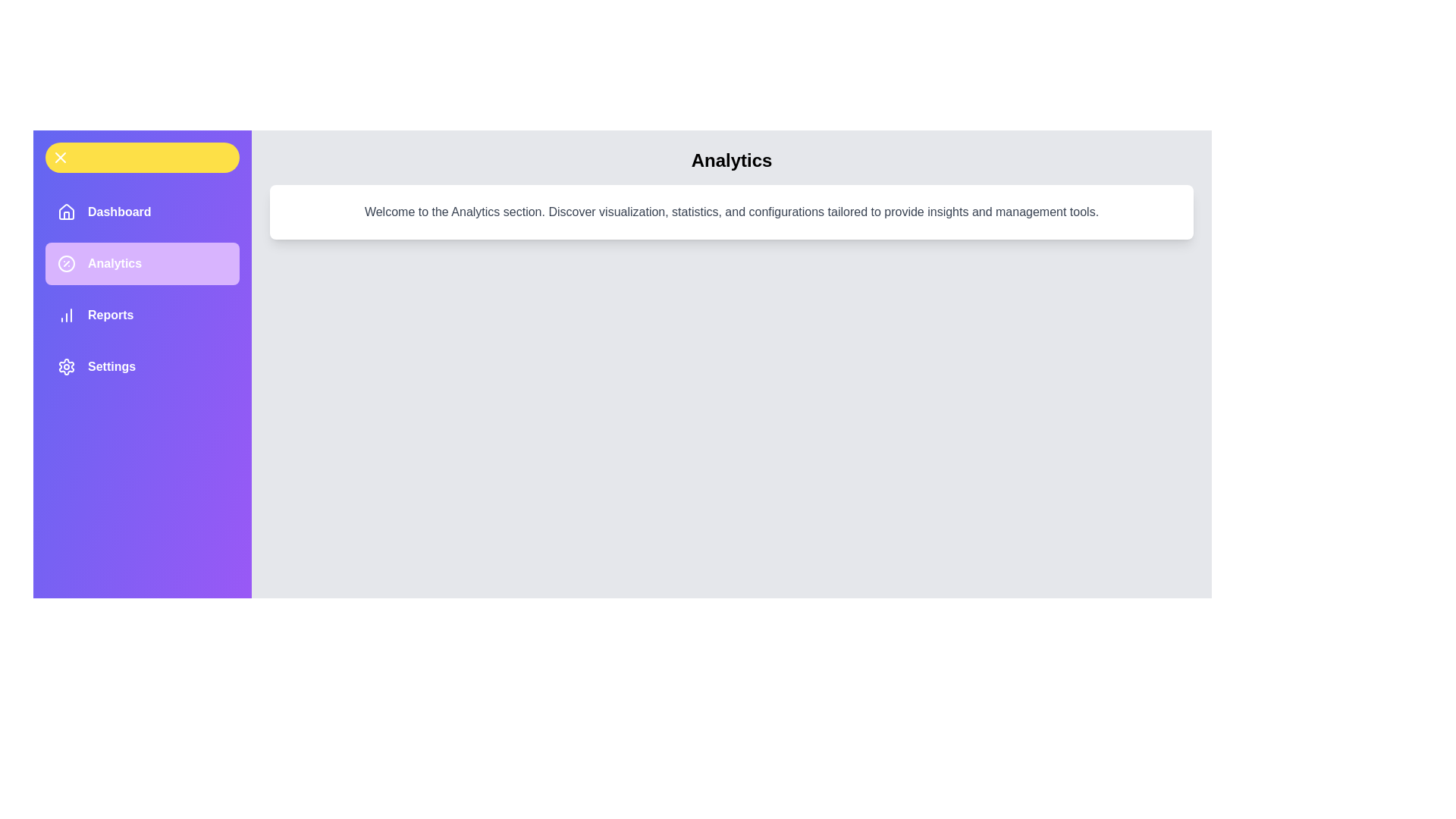  What do you see at coordinates (142, 212) in the screenshot?
I see `the menu item labeled Dashboard to navigate to the corresponding section` at bounding box center [142, 212].